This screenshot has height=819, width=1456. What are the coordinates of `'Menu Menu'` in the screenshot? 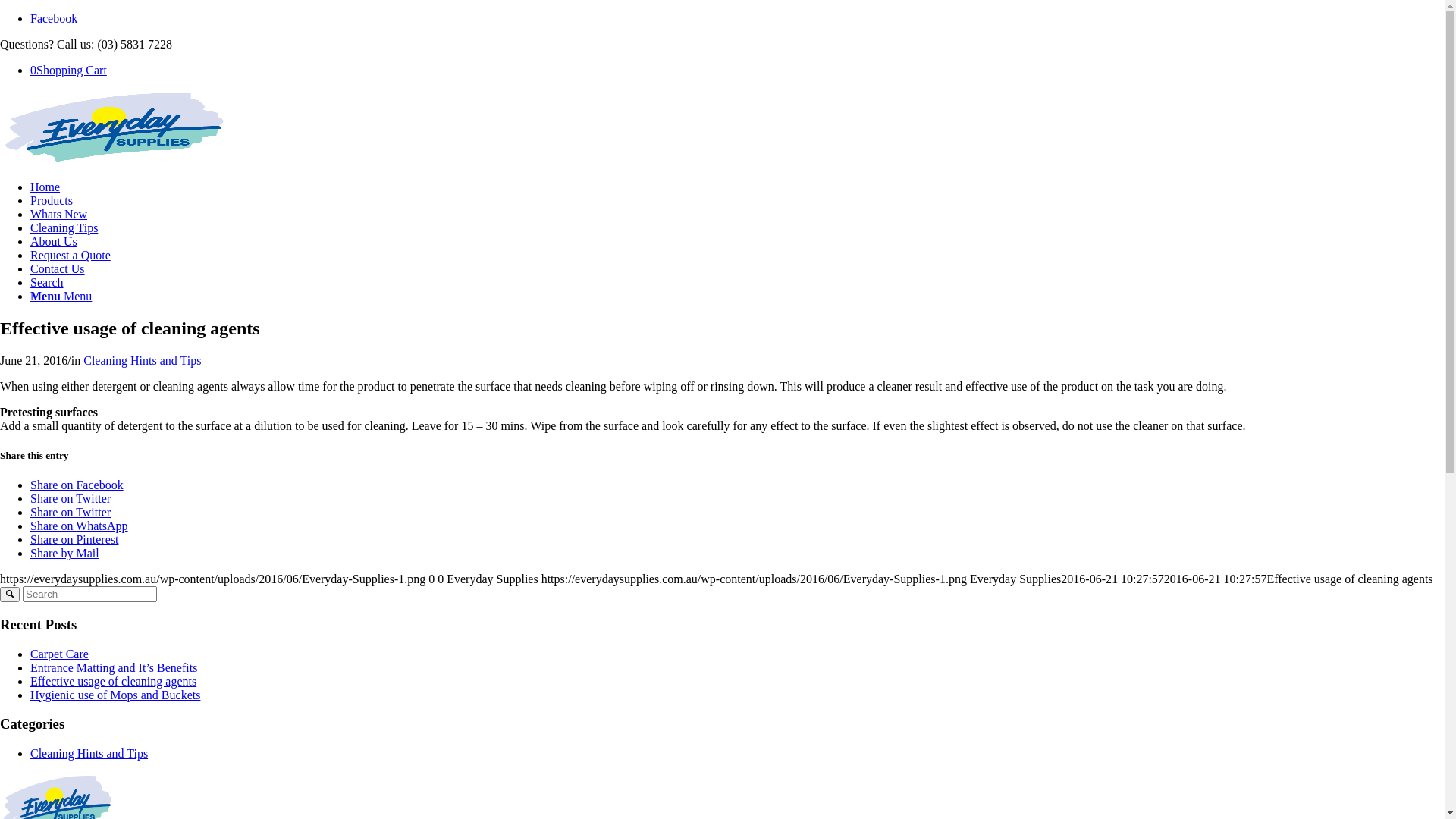 It's located at (61, 296).